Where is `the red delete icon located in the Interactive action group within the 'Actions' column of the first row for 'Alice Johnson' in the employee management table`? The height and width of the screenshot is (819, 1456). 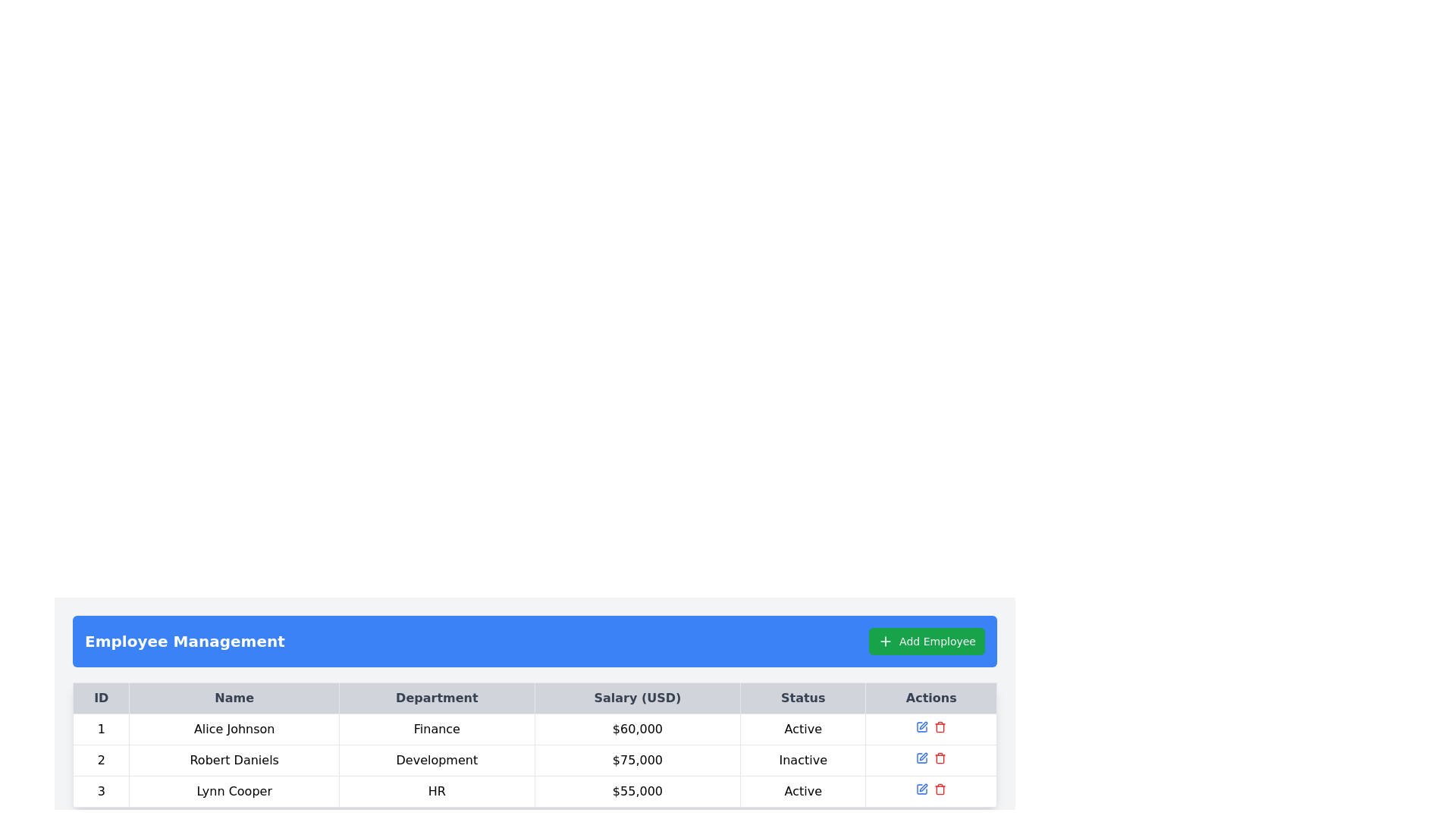
the red delete icon located in the Interactive action group within the 'Actions' column of the first row for 'Alice Johnson' in the employee management table is located at coordinates (930, 728).